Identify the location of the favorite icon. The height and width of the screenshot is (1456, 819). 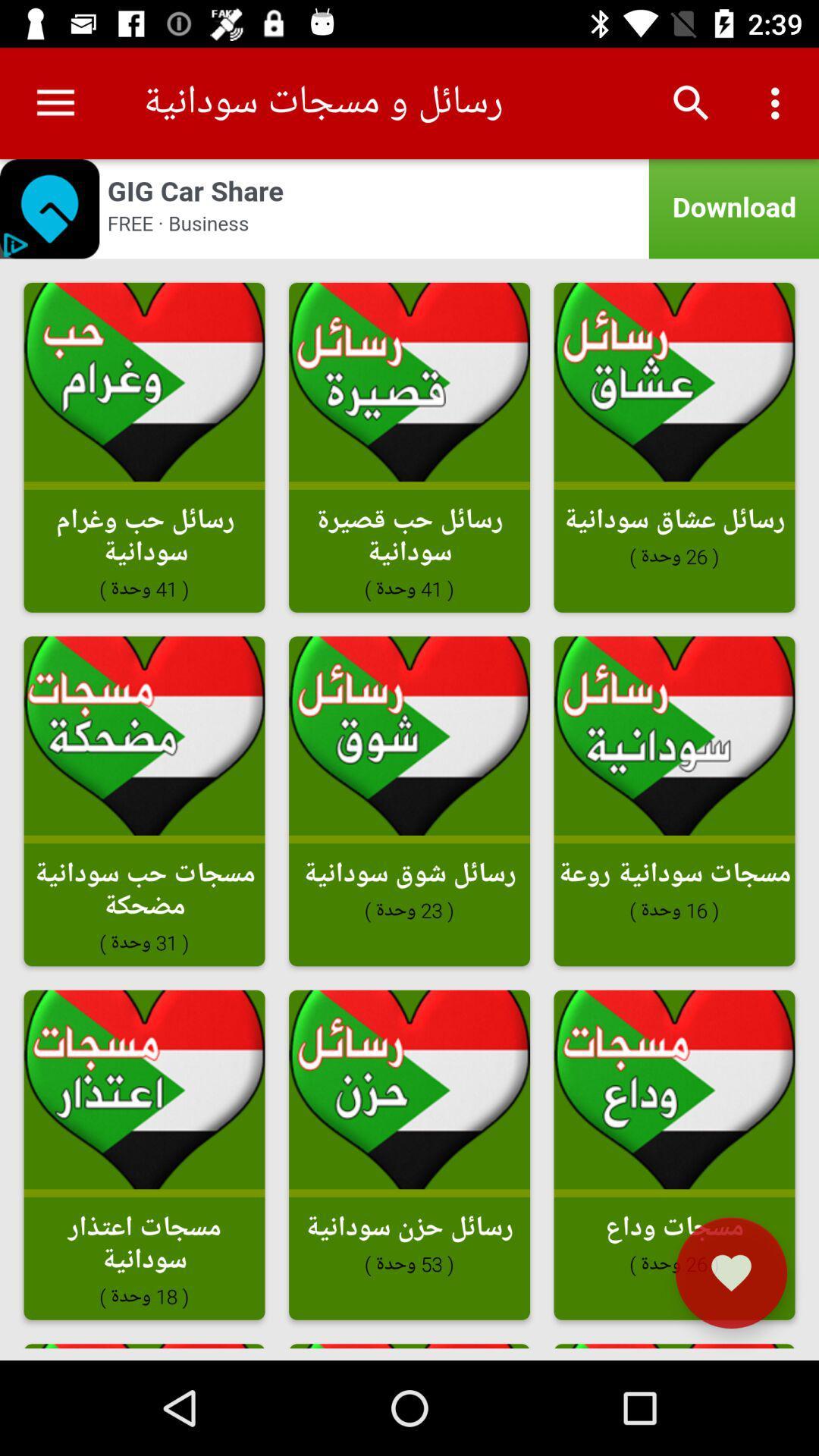
(730, 1272).